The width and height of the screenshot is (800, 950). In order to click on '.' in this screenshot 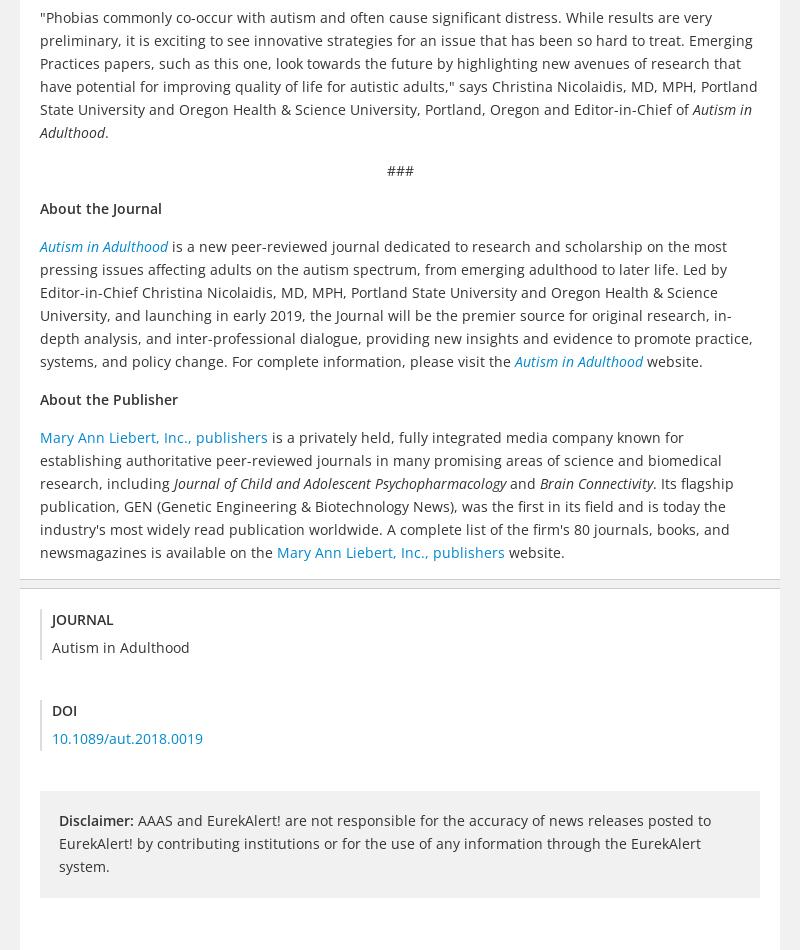, I will do `click(104, 131)`.